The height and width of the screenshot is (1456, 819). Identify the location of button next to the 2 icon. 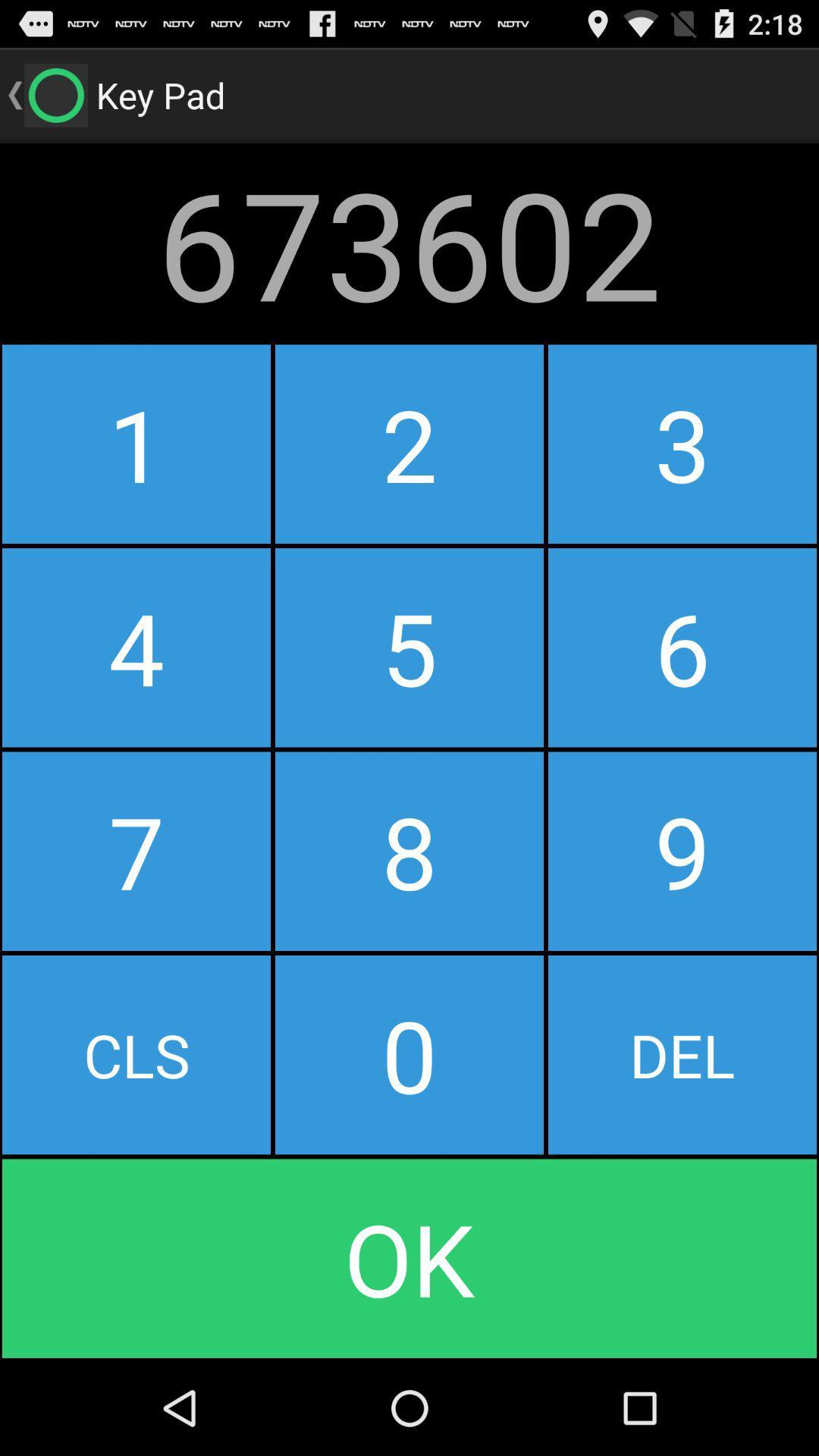
(681, 648).